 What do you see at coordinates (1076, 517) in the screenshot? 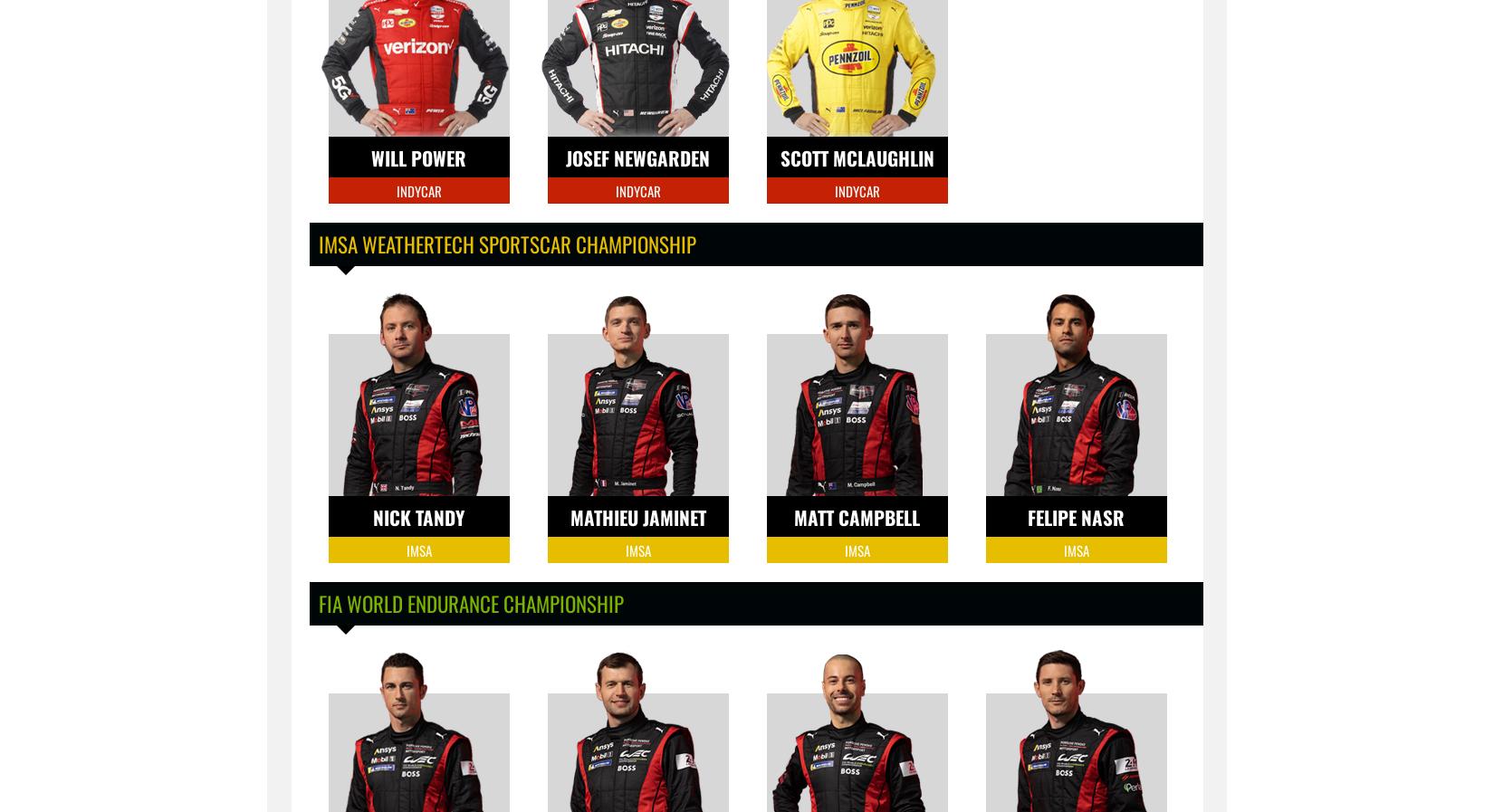
I see `'Felipe Nasr'` at bounding box center [1076, 517].